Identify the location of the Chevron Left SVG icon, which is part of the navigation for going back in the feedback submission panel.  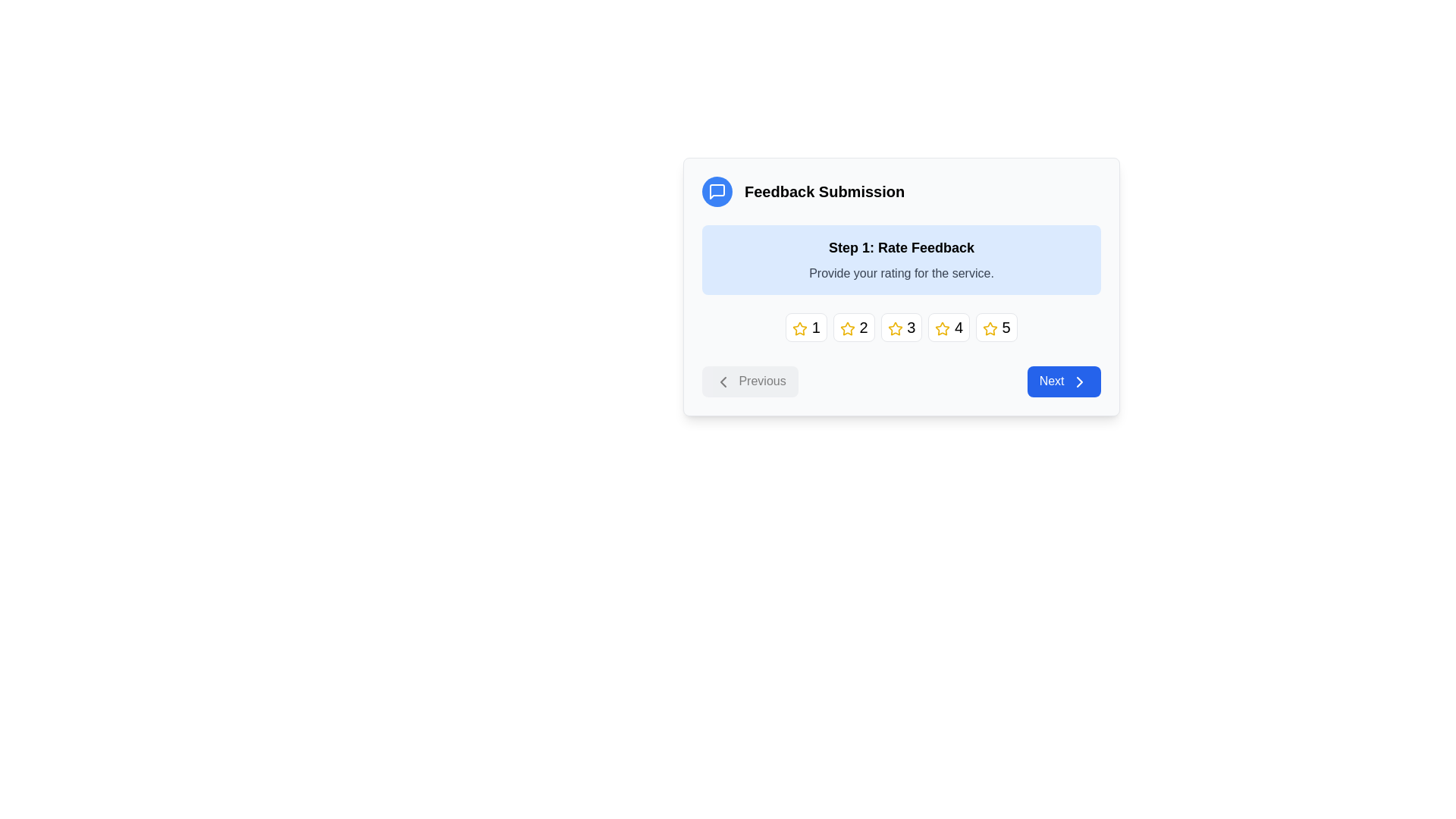
(723, 380).